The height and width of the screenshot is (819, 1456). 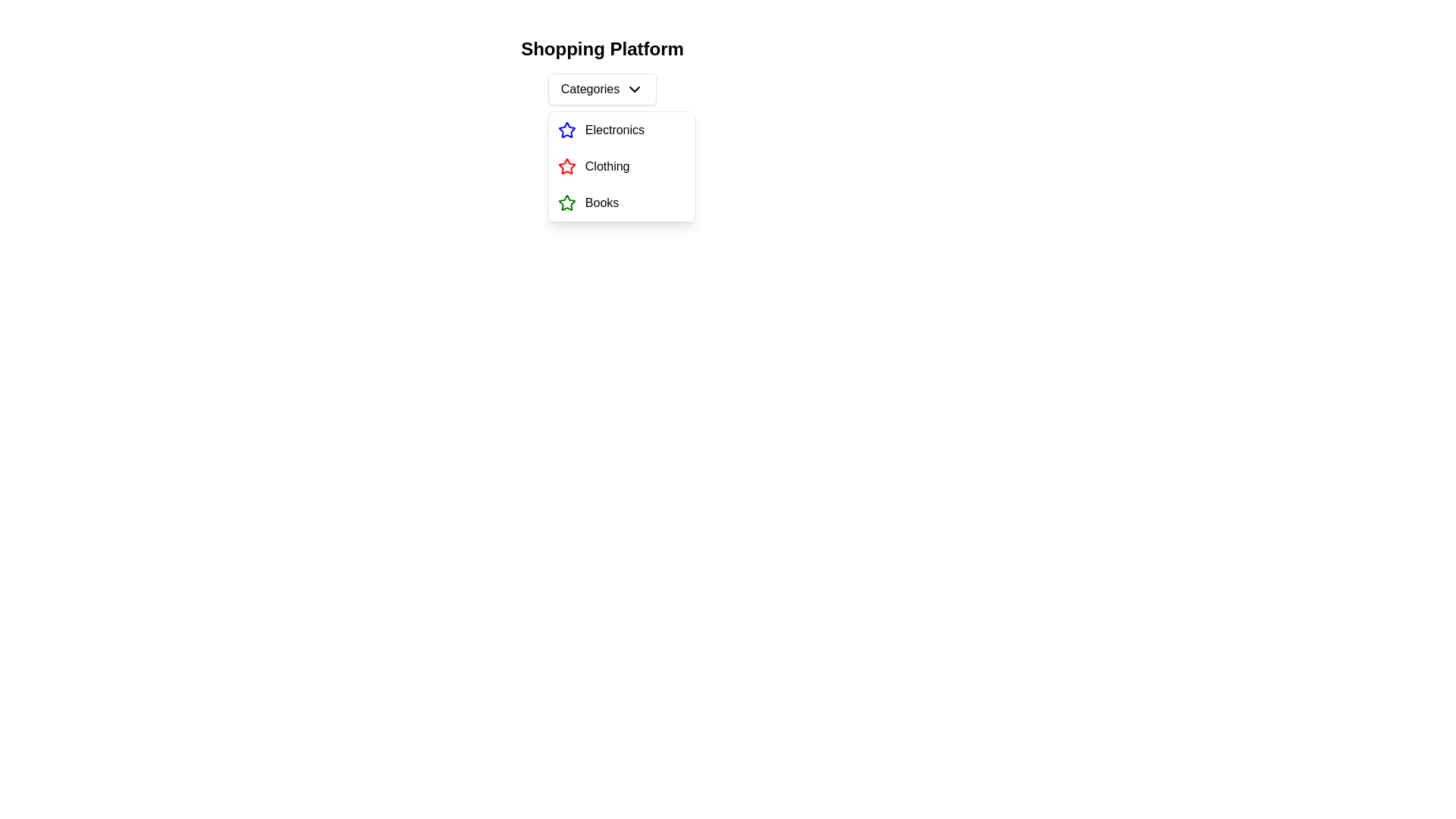 I want to click on the chevron-down icon located on the right side of the 'Categories' dropdown button, so click(x=635, y=89).